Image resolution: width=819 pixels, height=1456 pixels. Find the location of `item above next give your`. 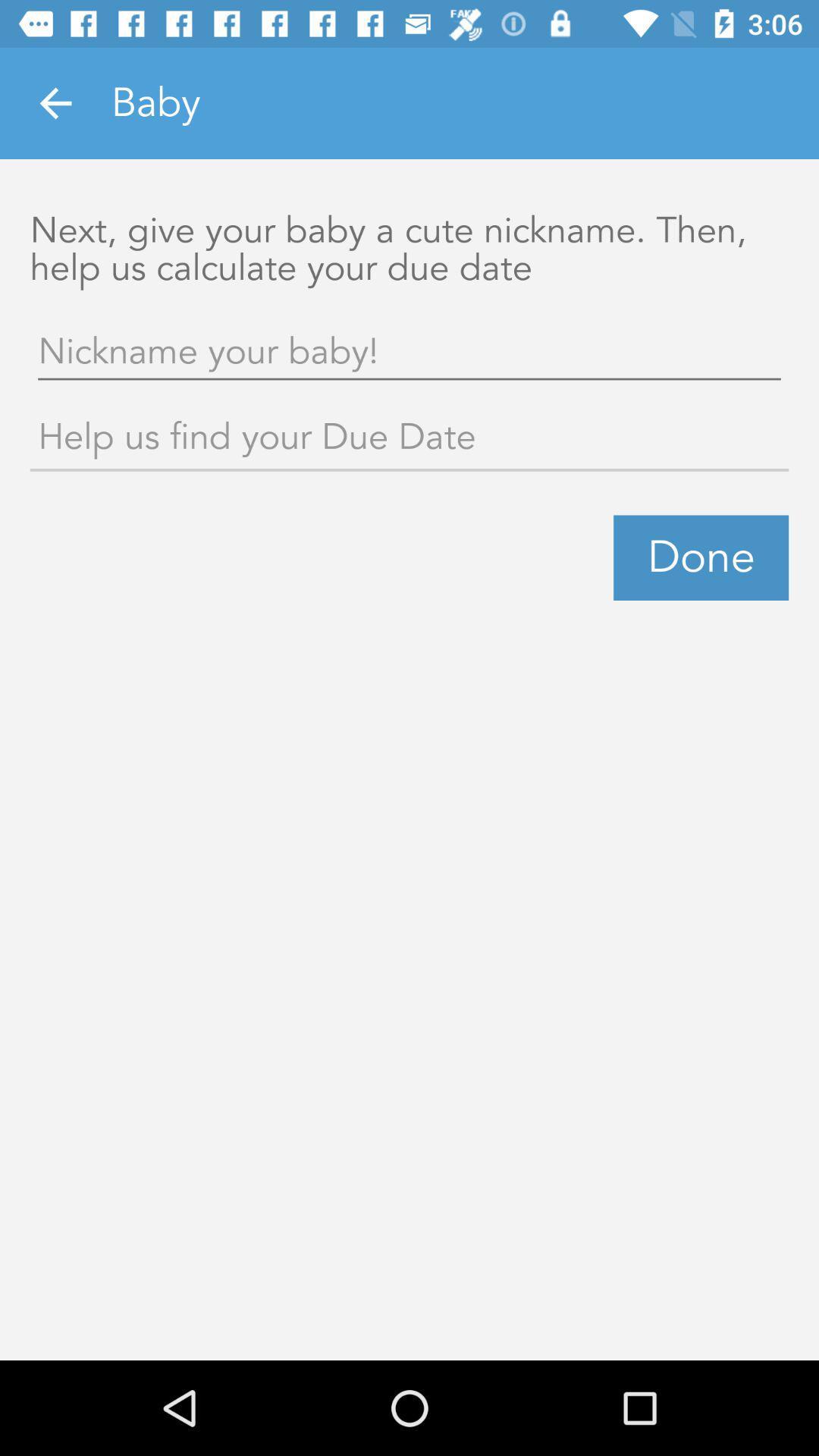

item above next give your is located at coordinates (55, 102).